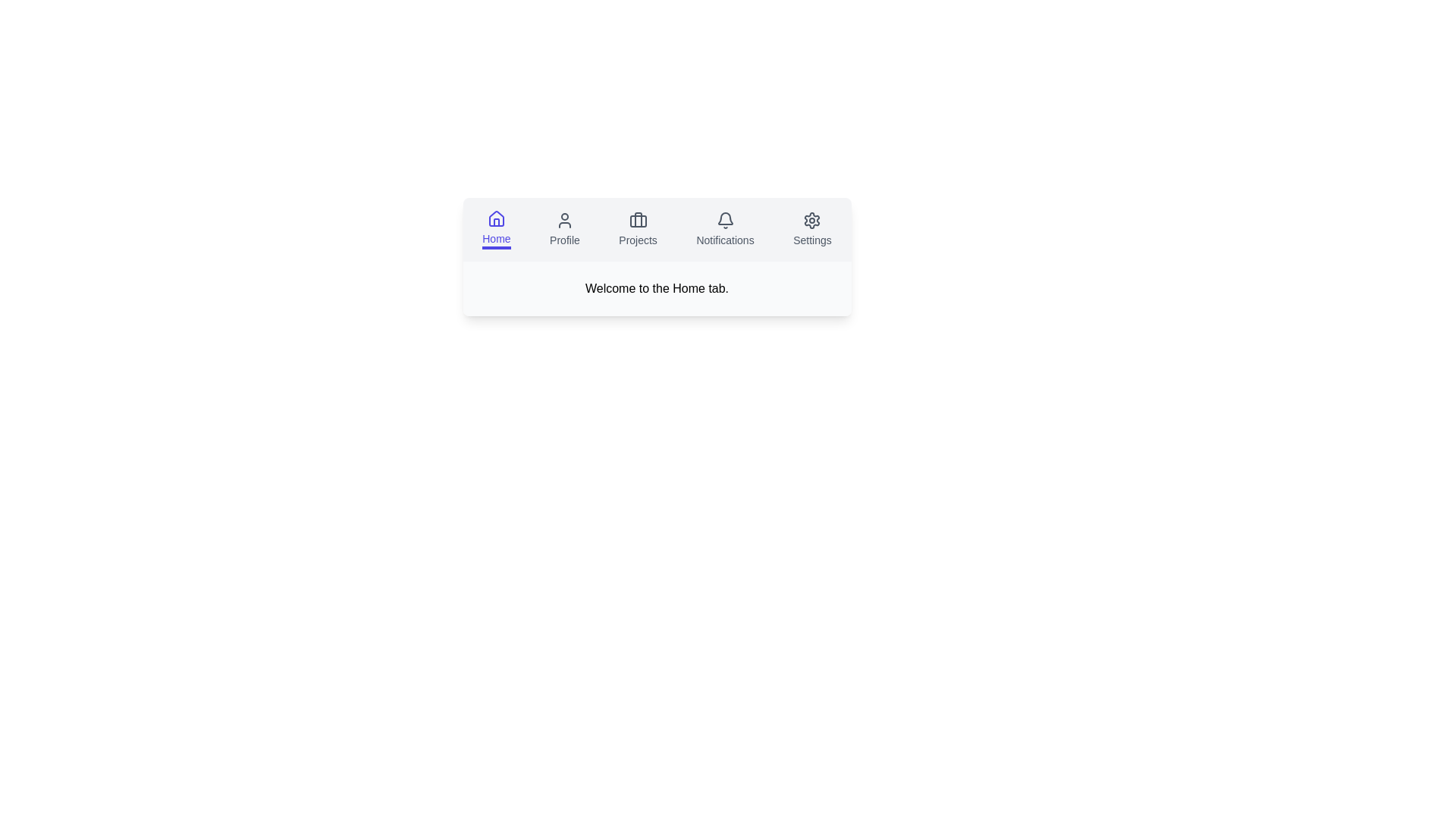 This screenshot has width=1456, height=819. I want to click on the bell-shaped notifications icon in the horizontal navigation bar, so click(724, 220).